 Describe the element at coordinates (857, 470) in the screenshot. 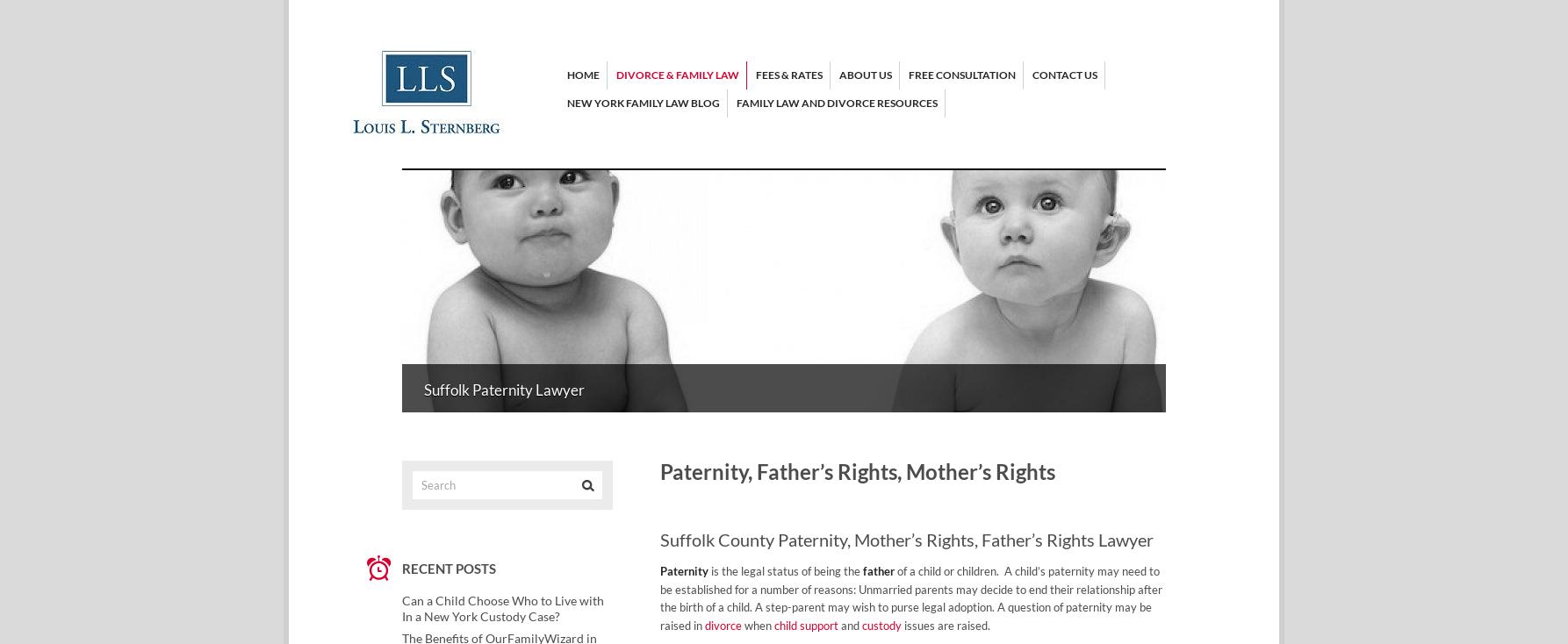

I see `'Paternity, Father’s Rights, Mother’s Rights'` at that location.